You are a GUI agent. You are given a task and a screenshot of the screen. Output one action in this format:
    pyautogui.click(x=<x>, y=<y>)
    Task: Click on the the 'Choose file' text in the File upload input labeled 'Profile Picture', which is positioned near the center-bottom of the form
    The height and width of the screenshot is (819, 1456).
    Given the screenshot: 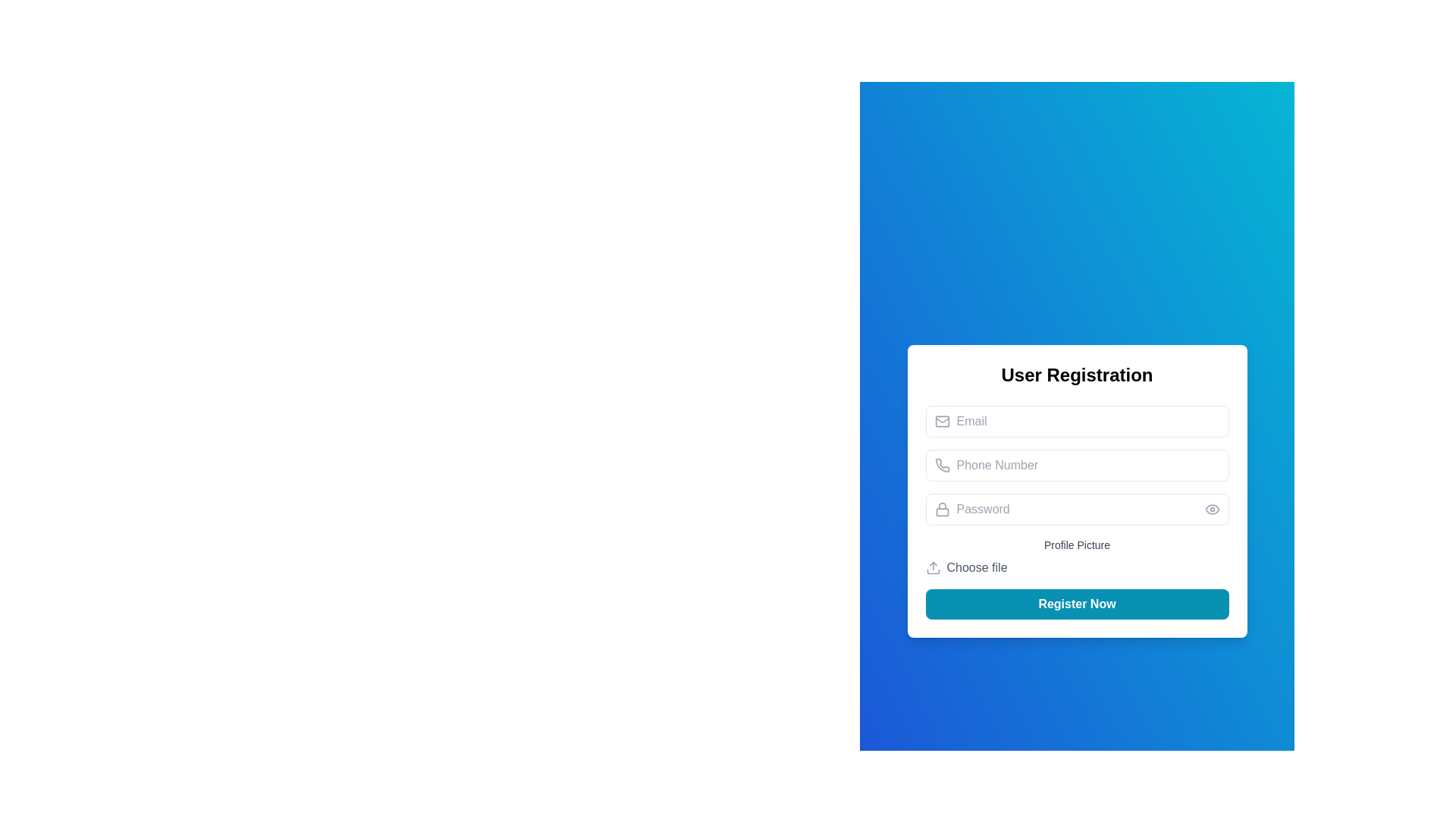 What is the action you would take?
    pyautogui.click(x=1076, y=557)
    